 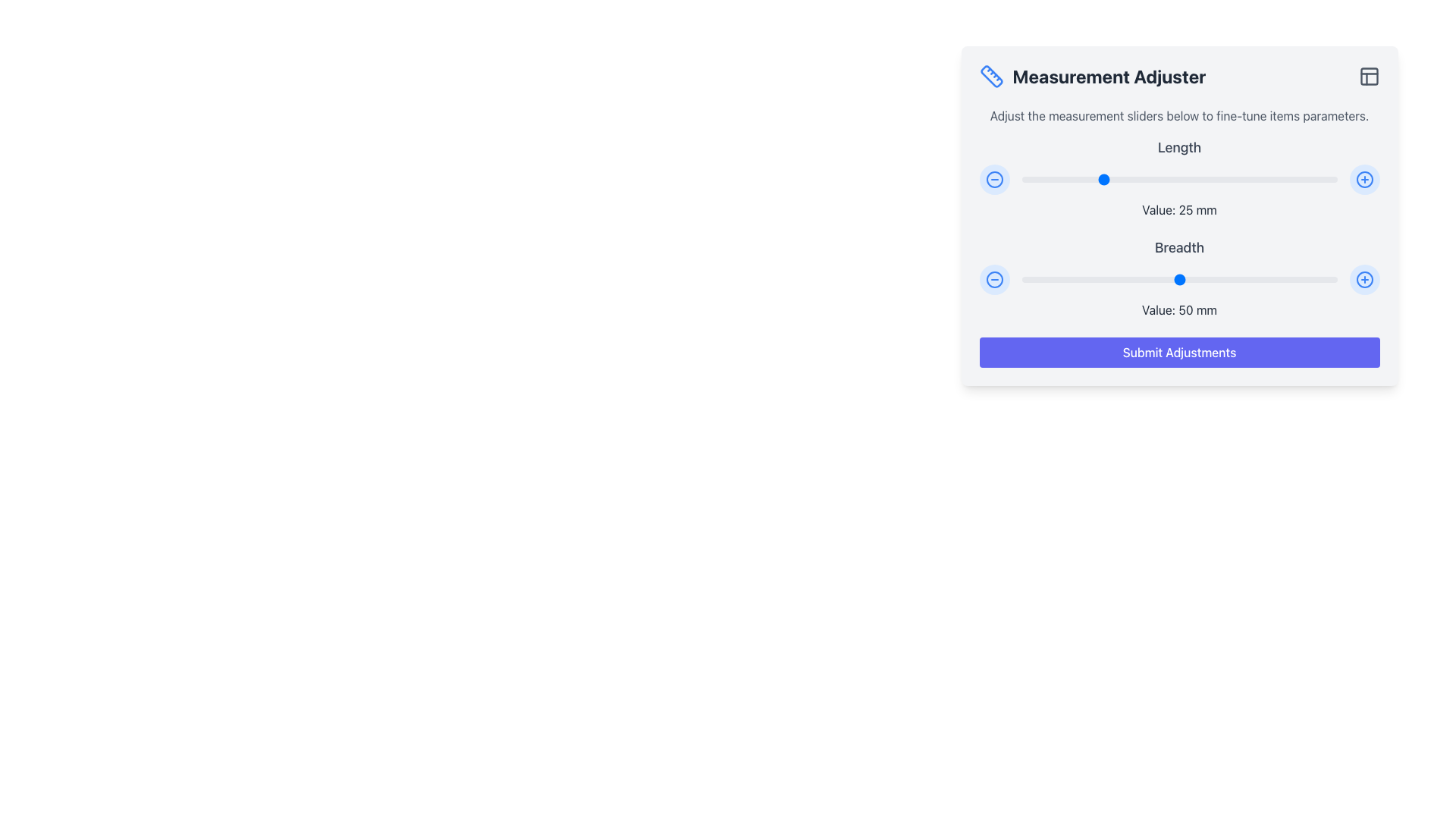 What do you see at coordinates (1214, 178) in the screenshot?
I see `the length` at bounding box center [1214, 178].